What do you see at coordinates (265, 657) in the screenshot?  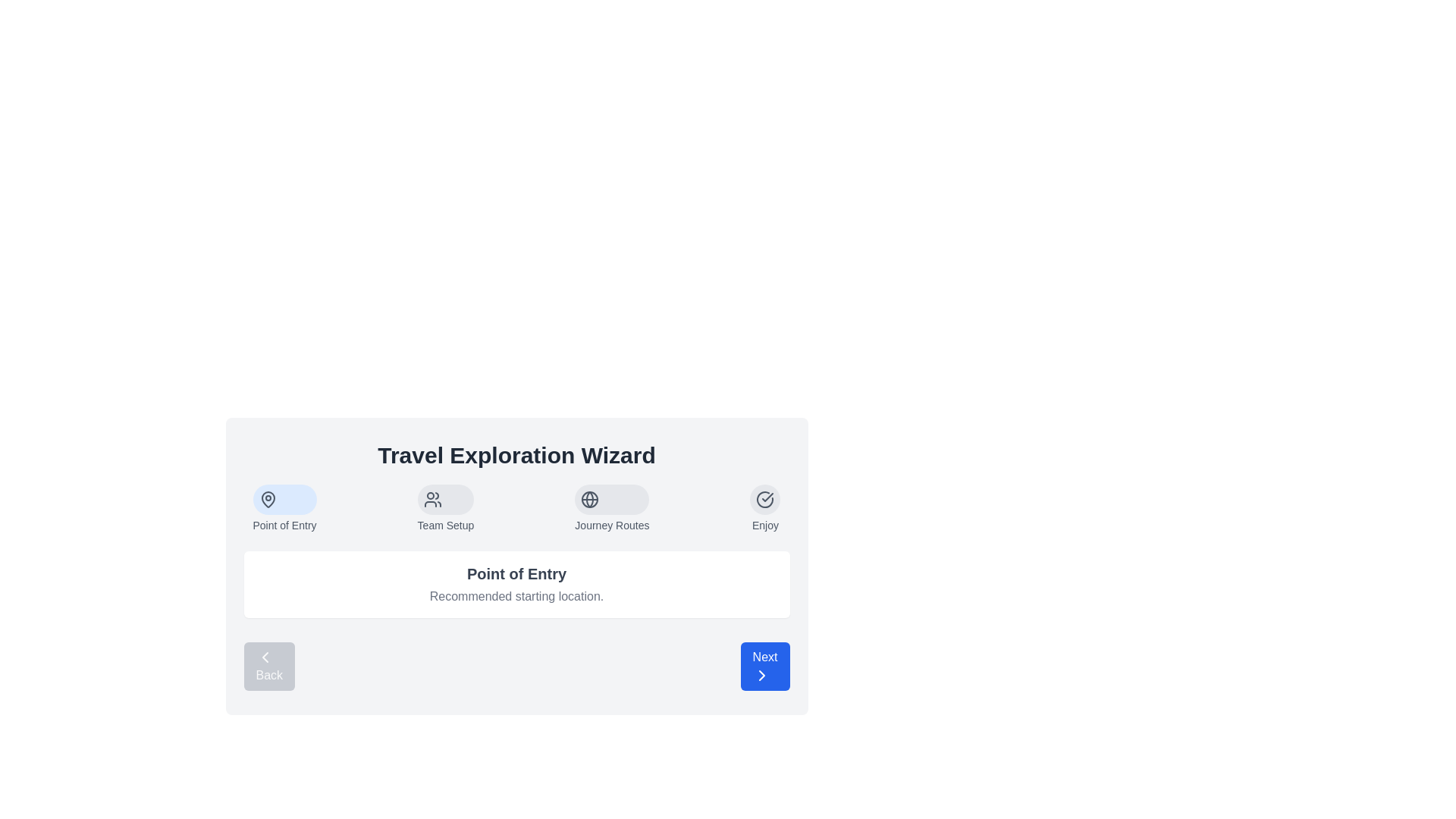 I see `the 'Back' button located in the bottom-left corner of the interface` at bounding box center [265, 657].